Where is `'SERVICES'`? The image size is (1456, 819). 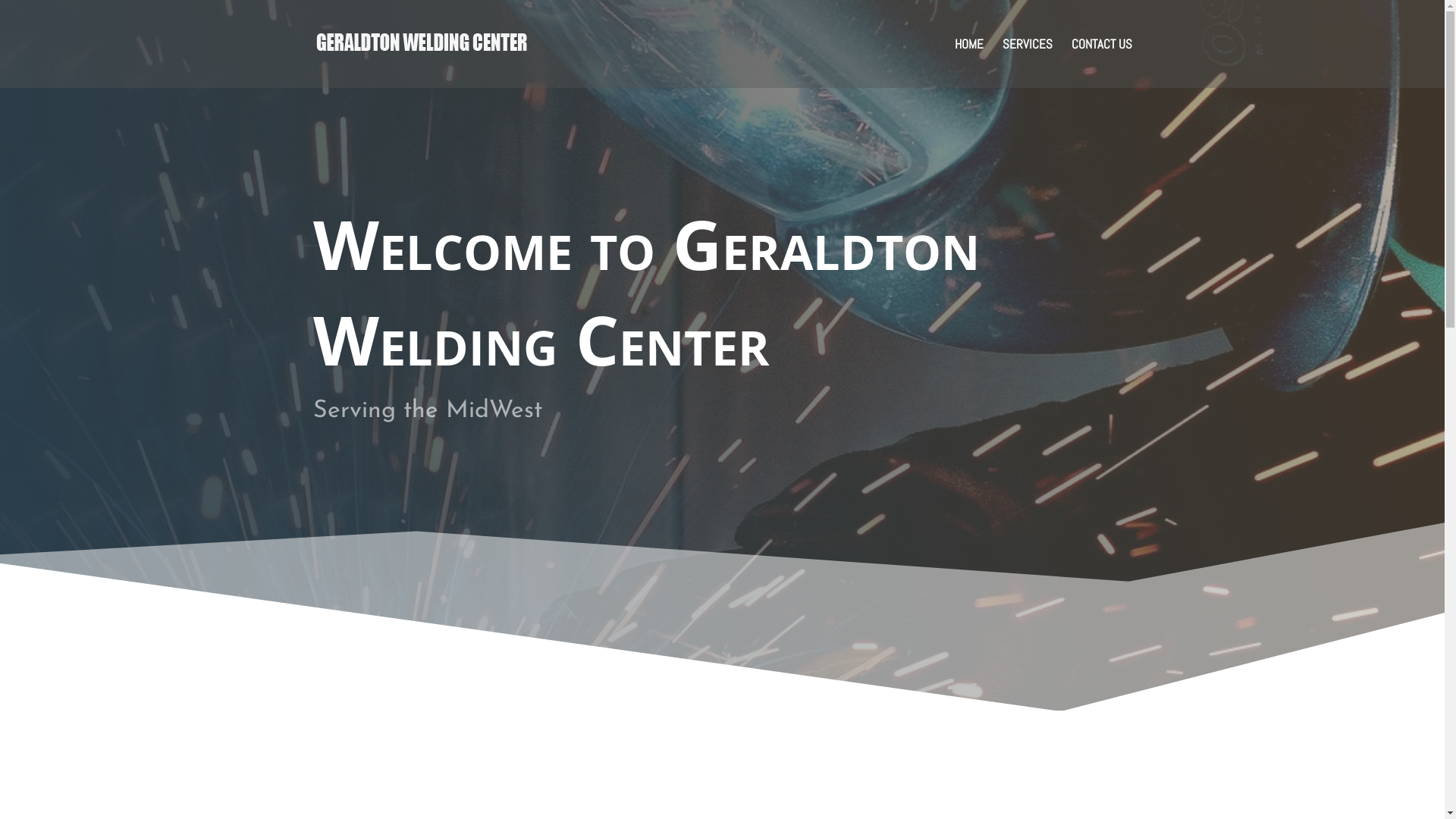 'SERVICES' is located at coordinates (1002, 62).